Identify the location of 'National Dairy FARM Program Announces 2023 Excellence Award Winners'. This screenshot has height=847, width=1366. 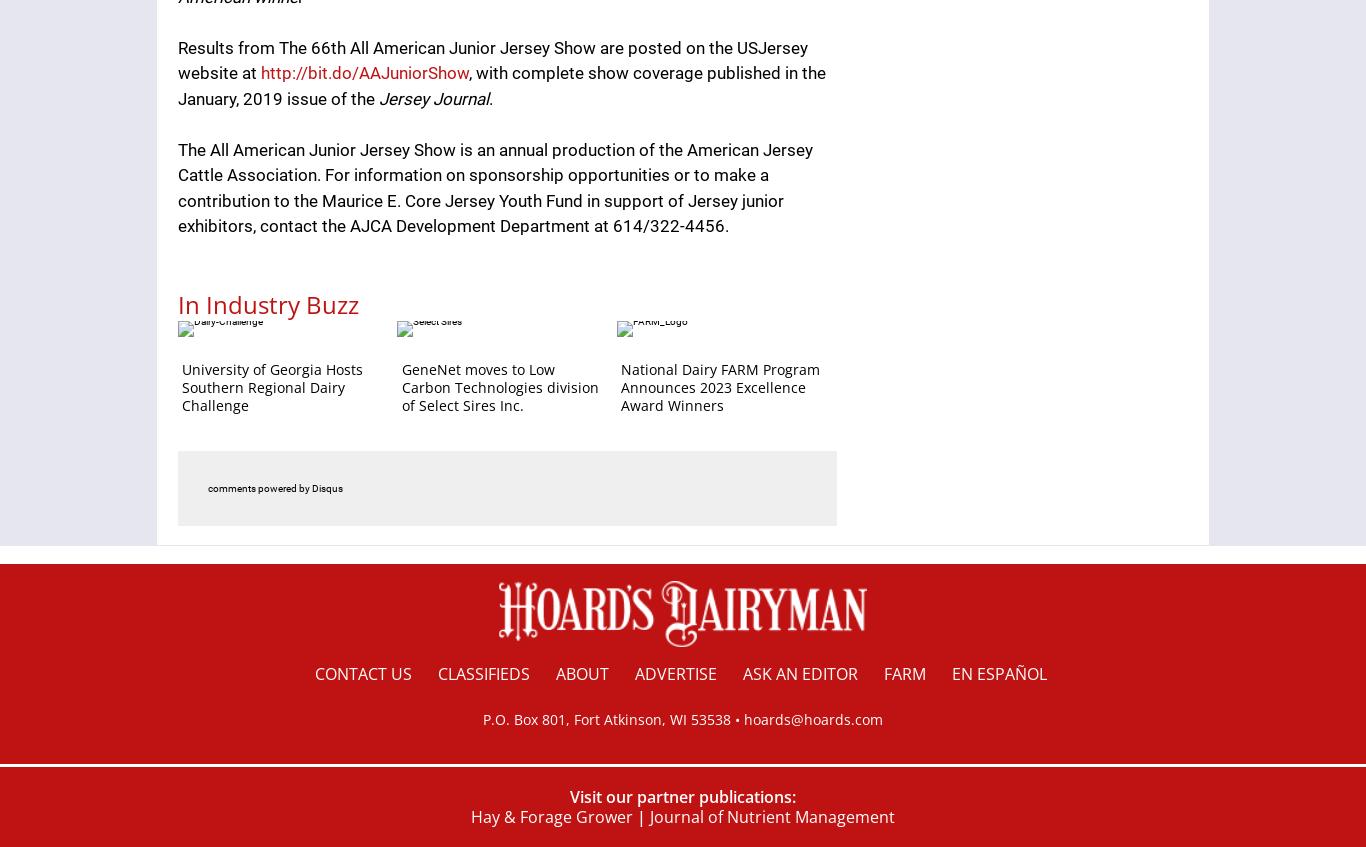
(720, 385).